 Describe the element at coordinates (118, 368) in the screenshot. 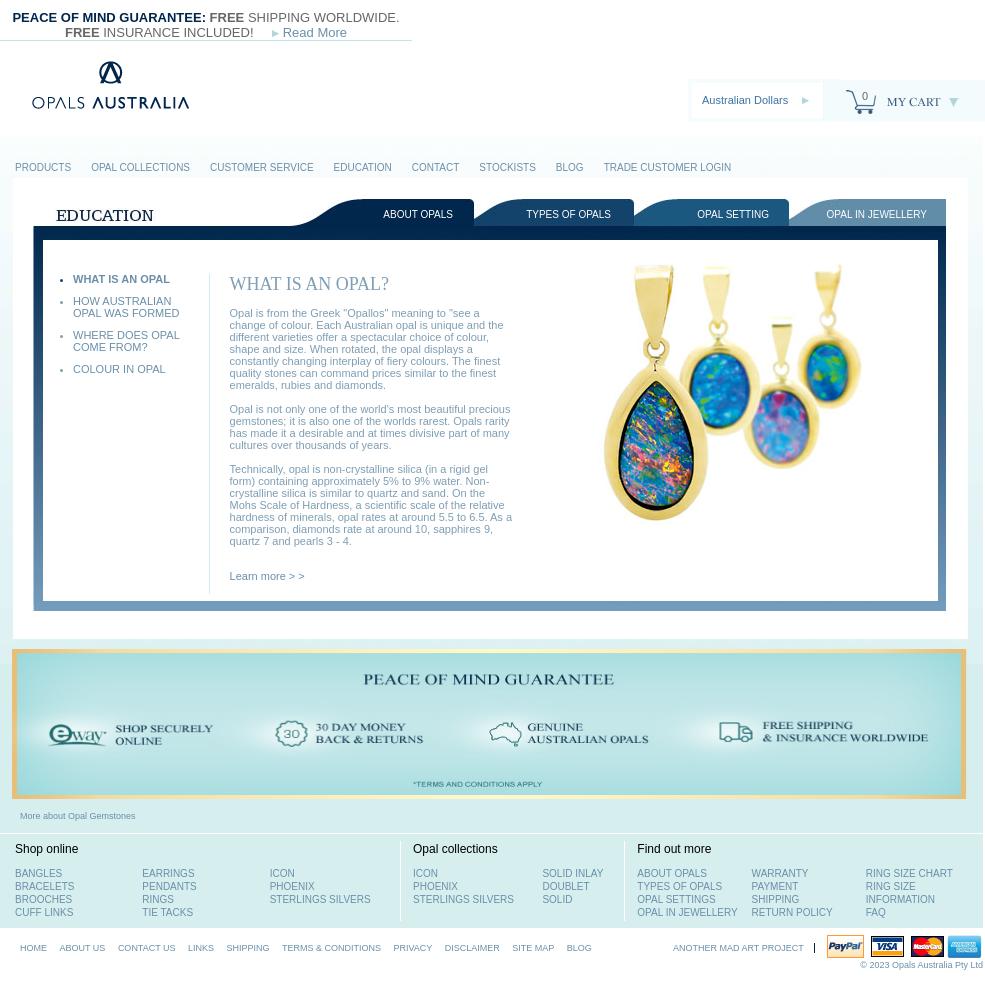

I see `'COLOUR IN OPAL'` at that location.